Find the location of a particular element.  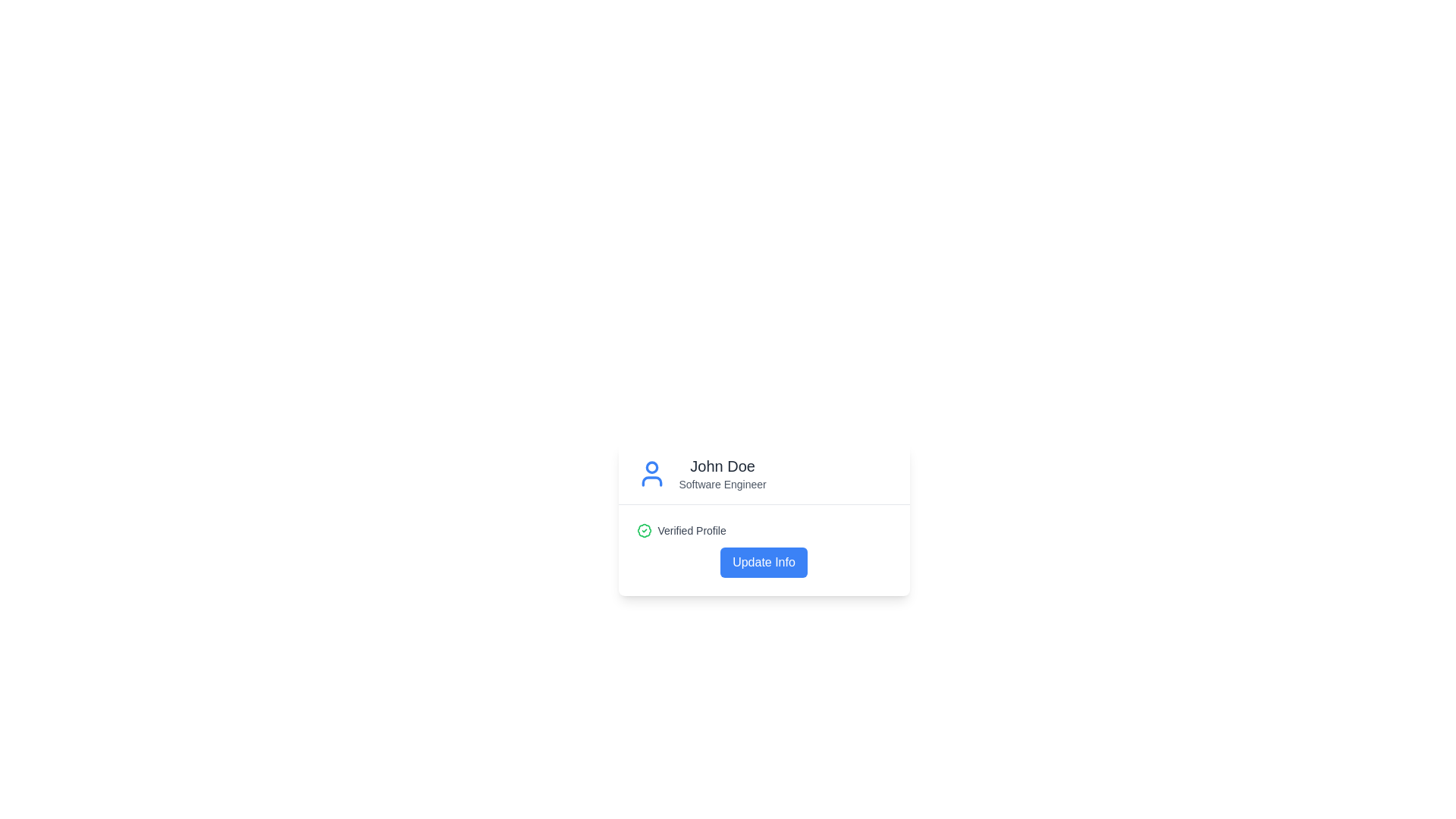

the text label displaying 'Software Engineer', which is styled in gray and located directly beneath the name 'John Doe' in the user profile section is located at coordinates (722, 485).